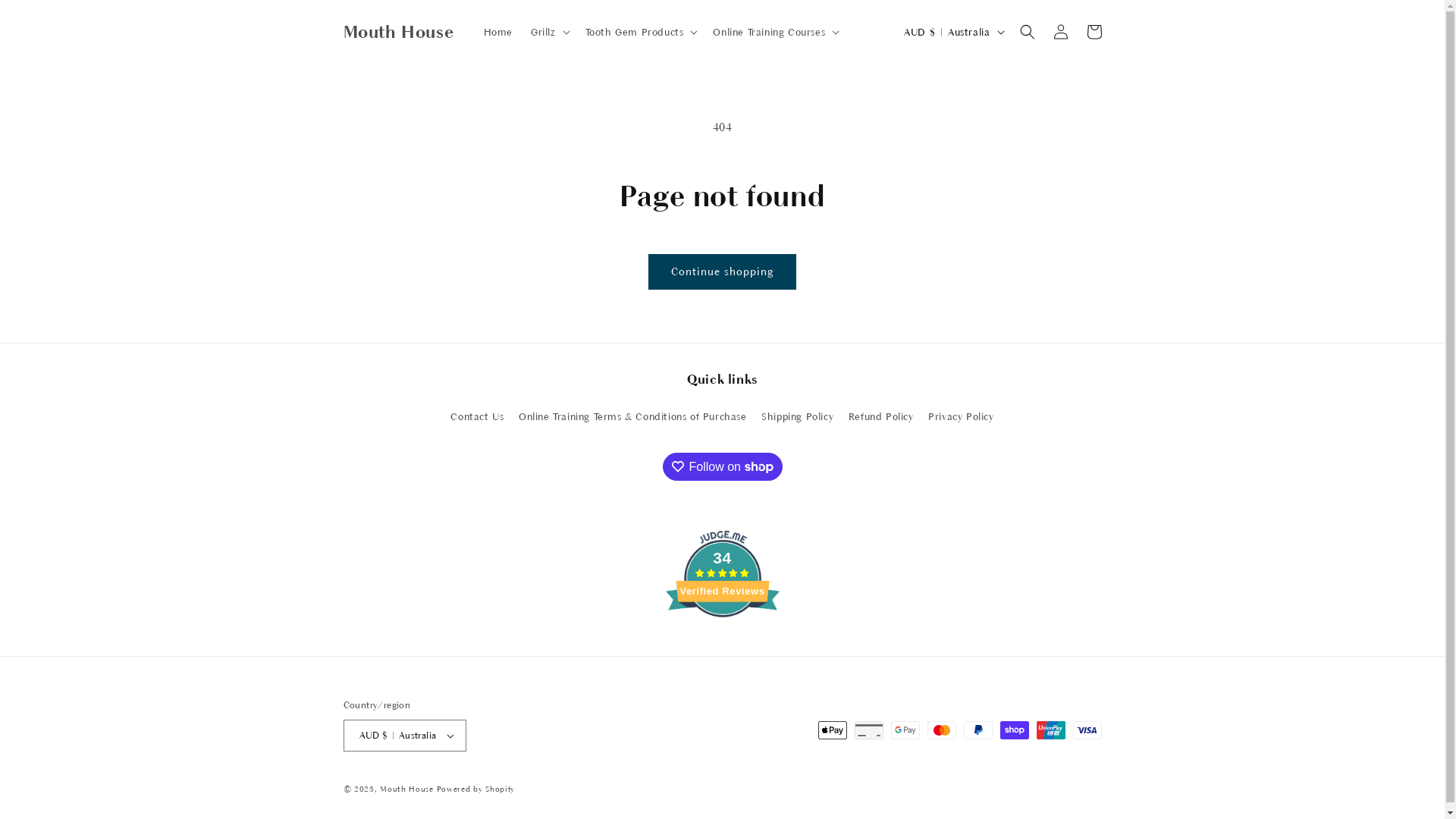  I want to click on 'Continue shopping', so click(721, 271).